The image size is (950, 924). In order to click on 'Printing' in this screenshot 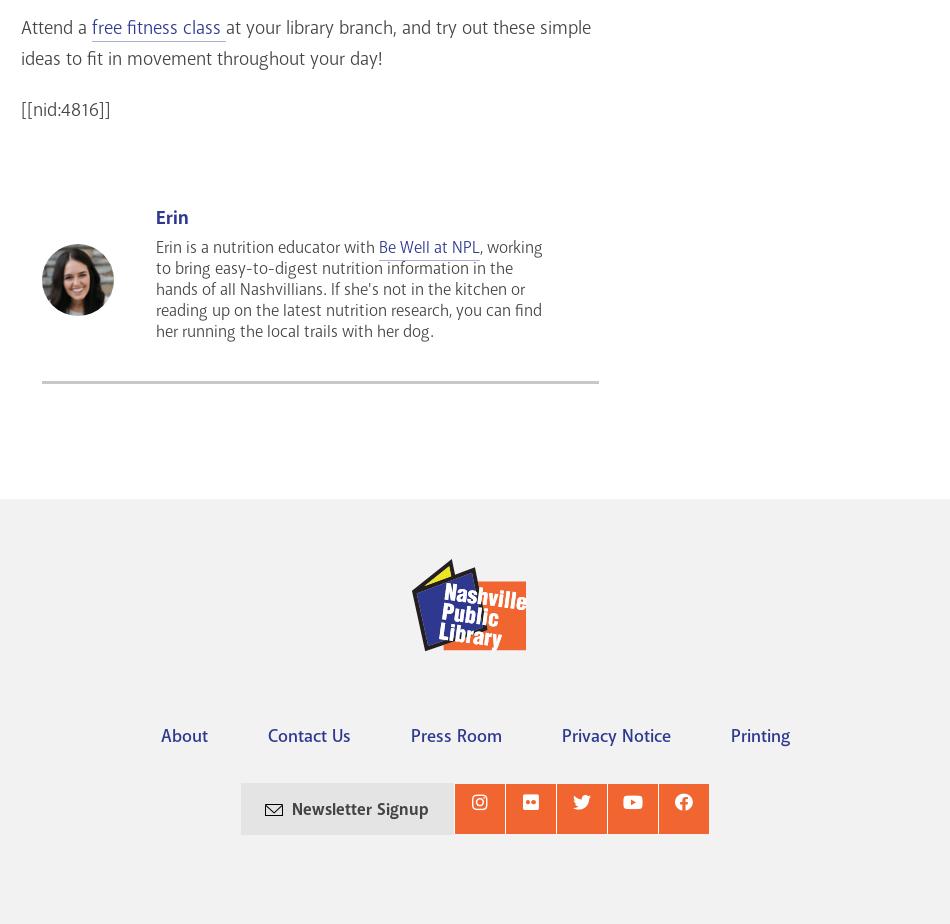, I will do `click(758, 735)`.